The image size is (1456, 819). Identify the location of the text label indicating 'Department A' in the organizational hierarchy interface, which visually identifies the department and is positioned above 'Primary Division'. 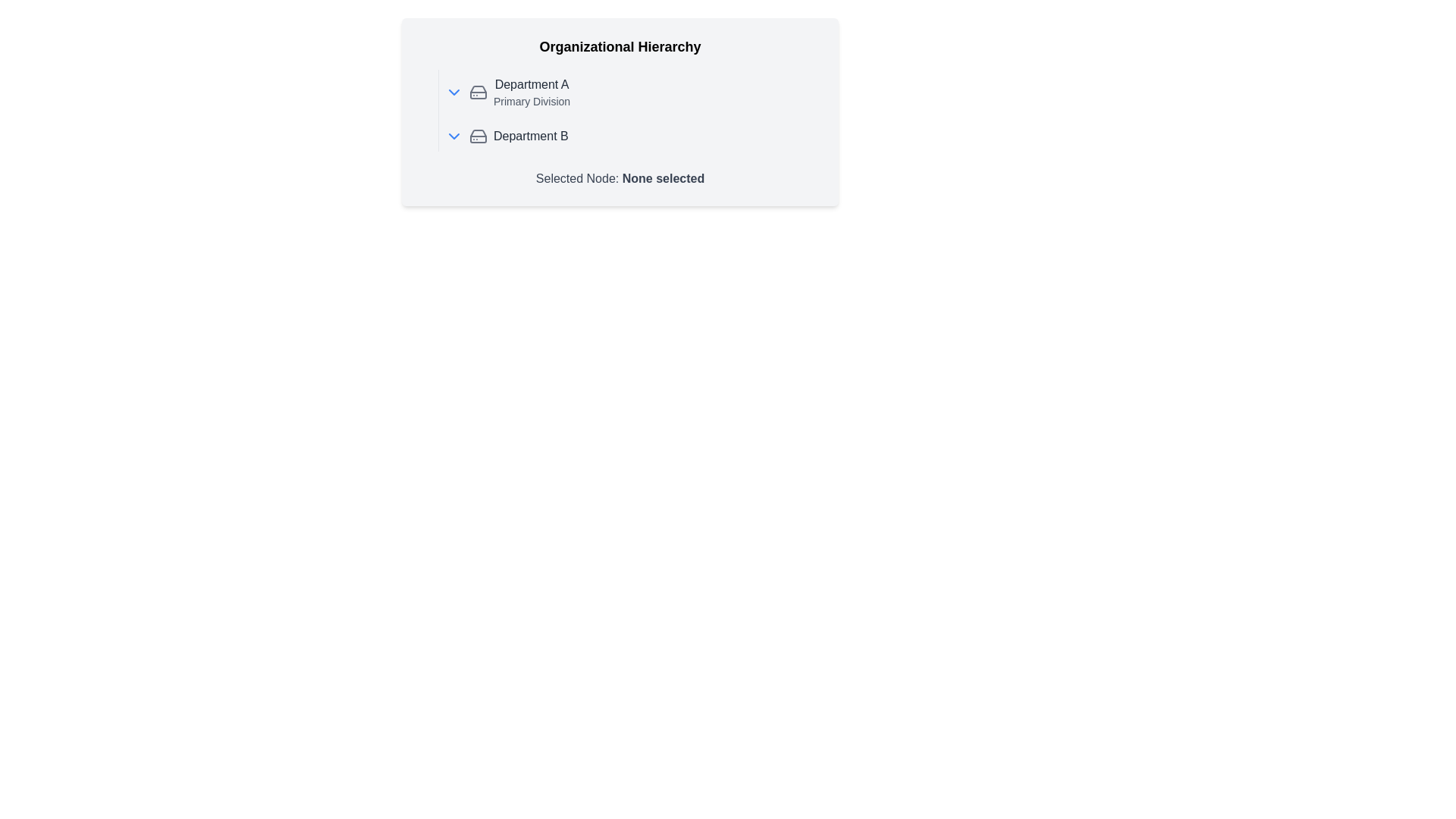
(532, 84).